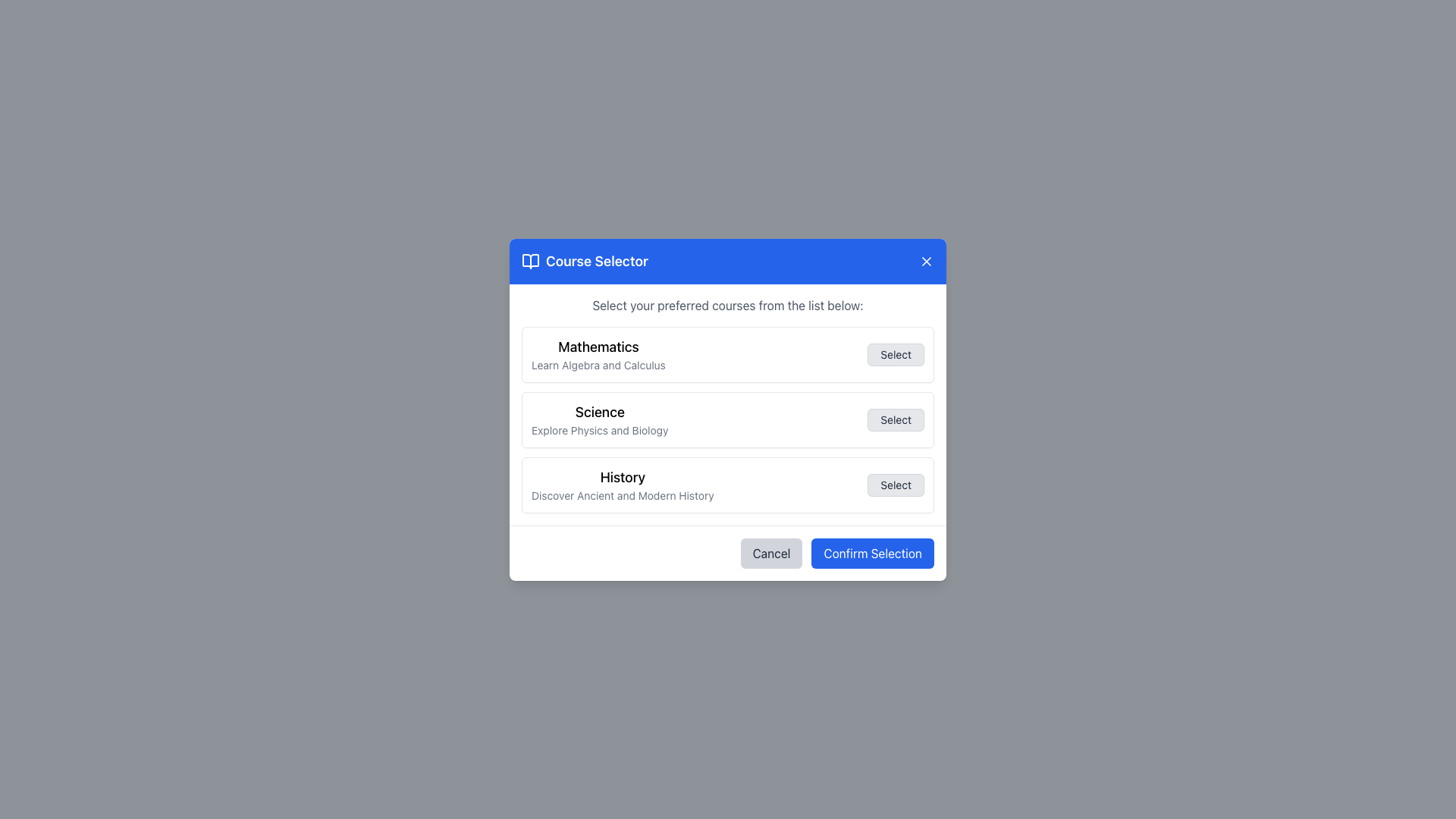 The height and width of the screenshot is (819, 1456). I want to click on the text label 'Learn Algebra and Calculus' which is positioned directly below the main header 'Mathematics' in the dialog box, so click(598, 365).